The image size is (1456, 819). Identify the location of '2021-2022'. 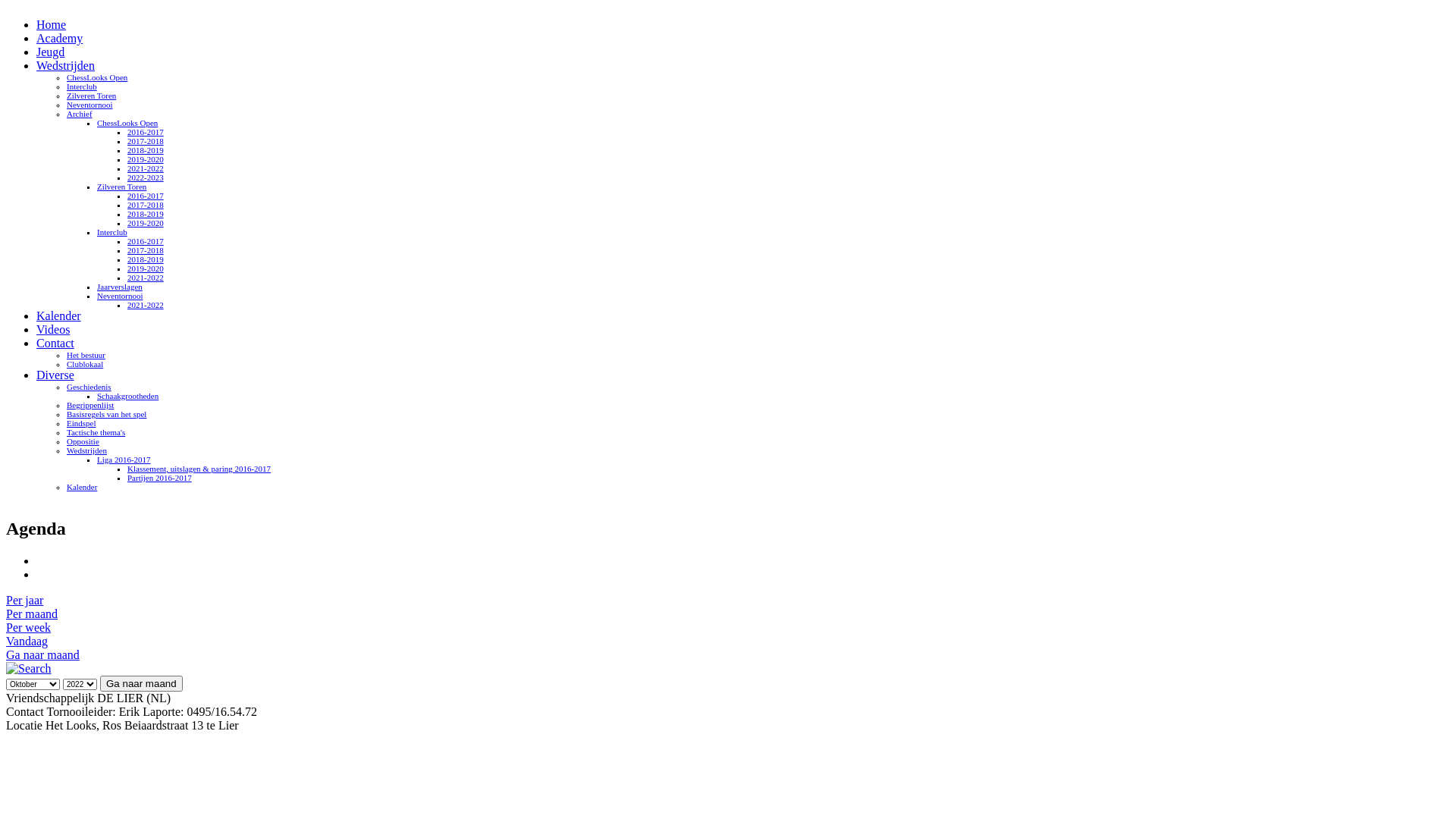
(146, 278).